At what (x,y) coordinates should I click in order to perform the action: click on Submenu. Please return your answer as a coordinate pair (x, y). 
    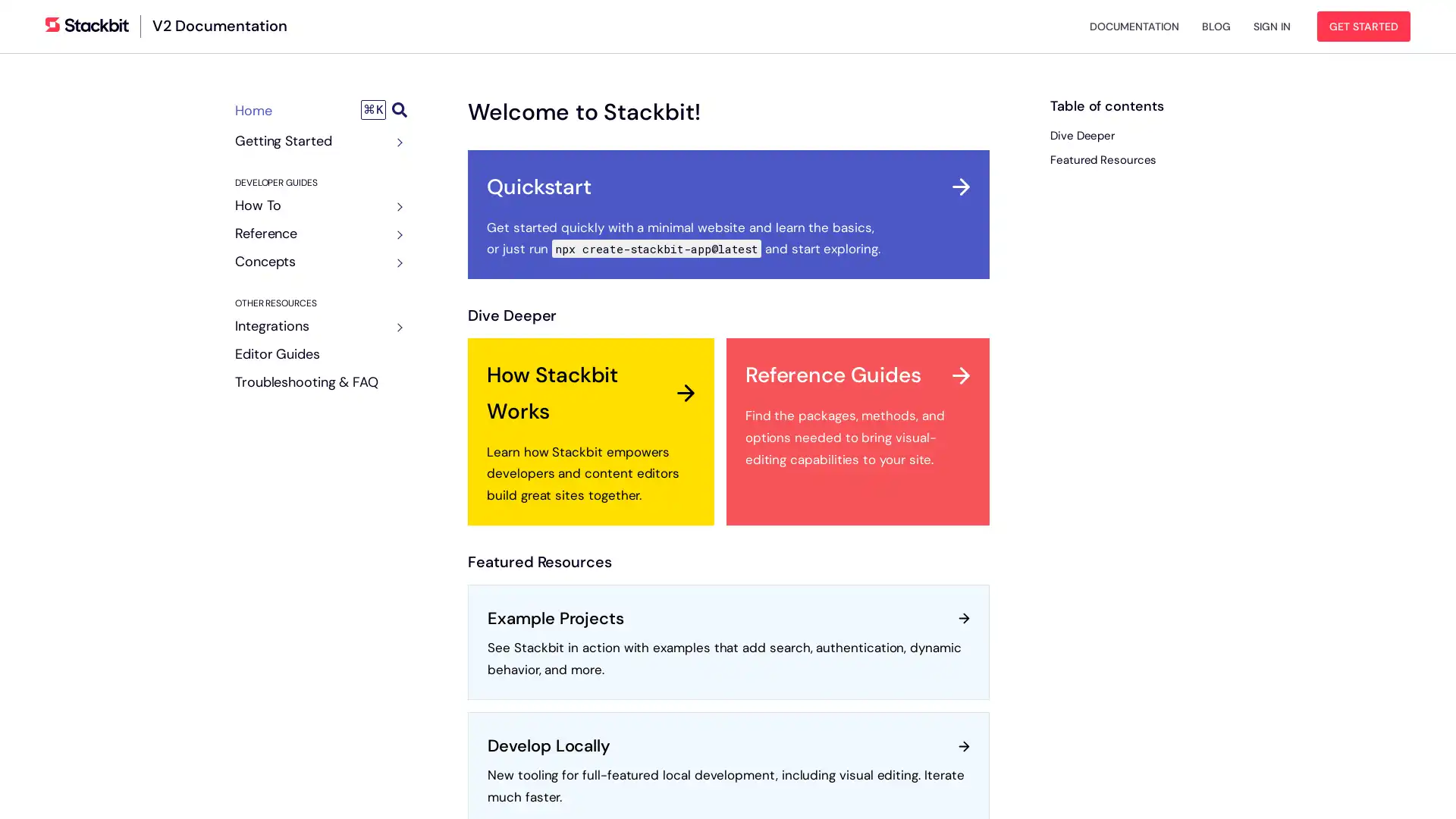
    Looking at the image, I should click on (396, 327).